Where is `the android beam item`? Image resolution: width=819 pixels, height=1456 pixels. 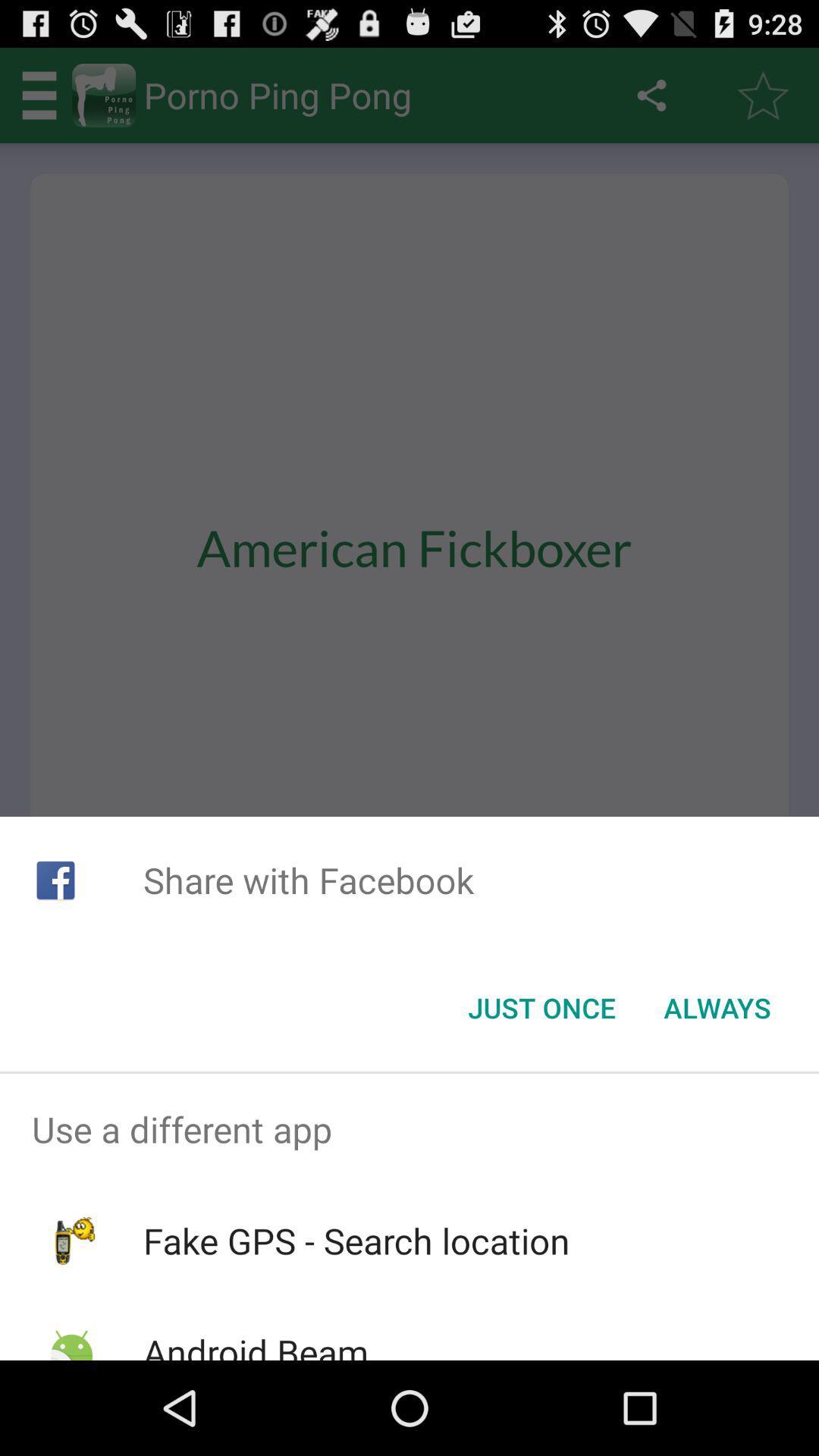 the android beam item is located at coordinates (255, 1344).